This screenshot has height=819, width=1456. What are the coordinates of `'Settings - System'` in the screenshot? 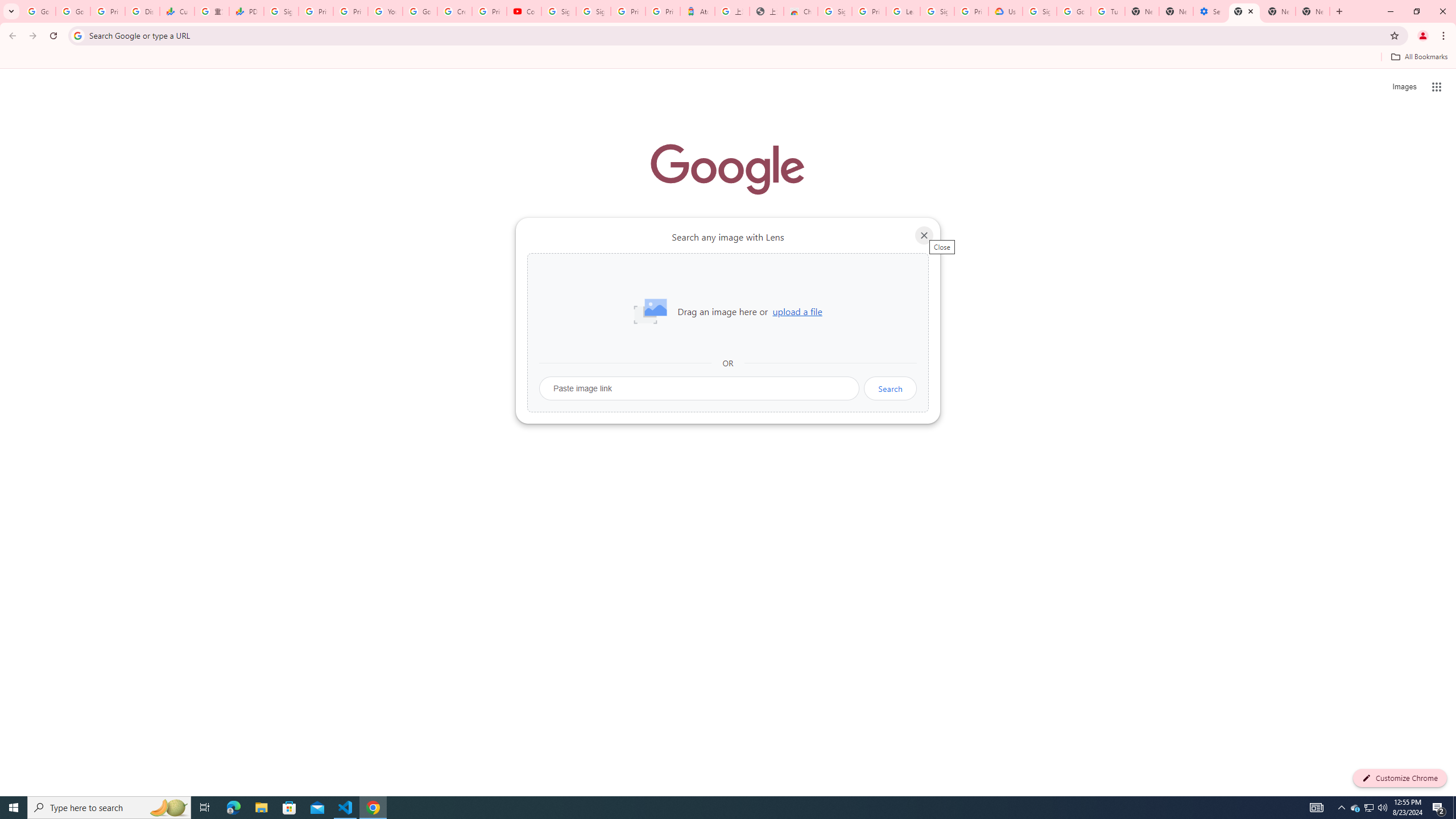 It's located at (1210, 11).